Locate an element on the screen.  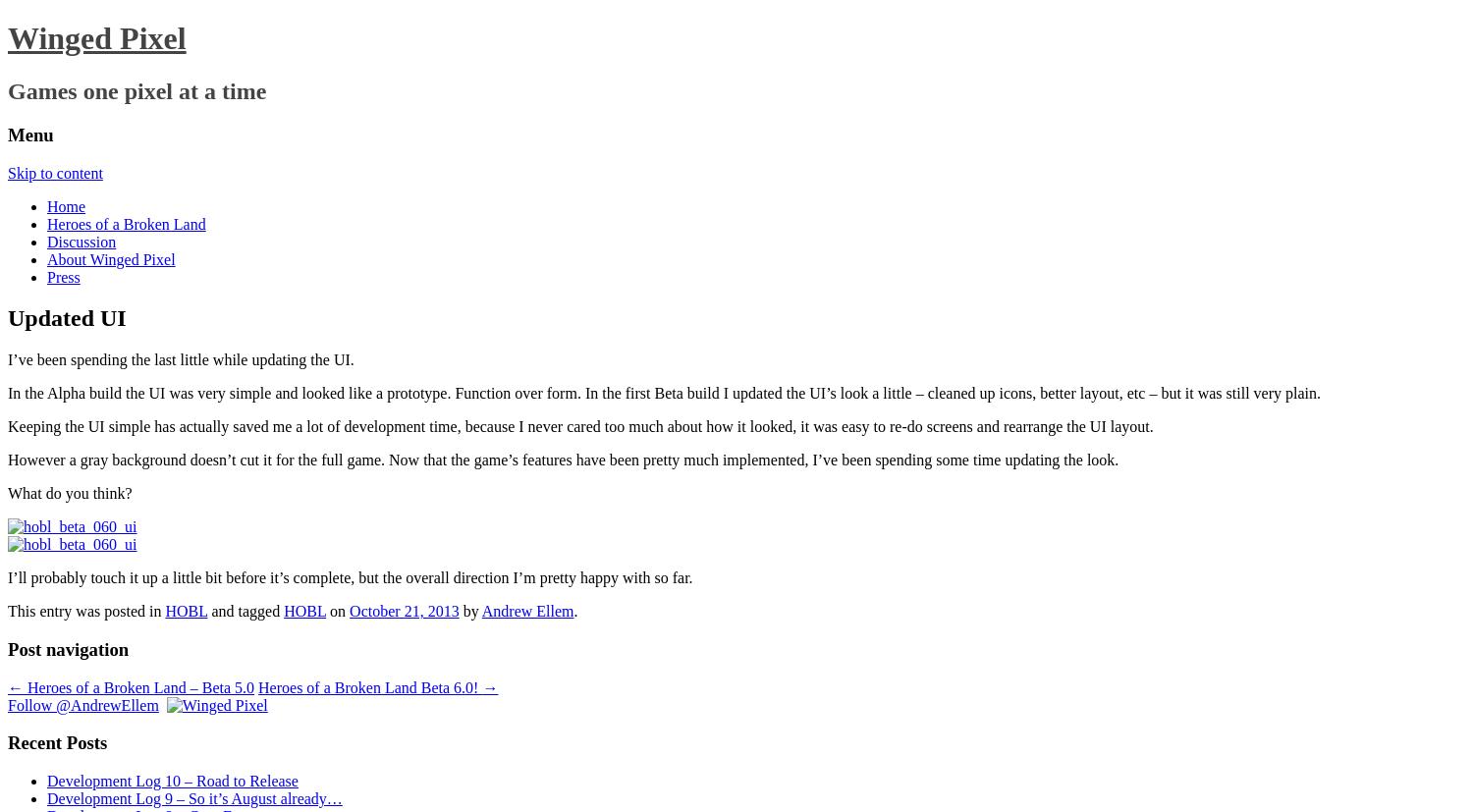
'I’ve been spending the last little while updating the UI.' is located at coordinates (181, 358).